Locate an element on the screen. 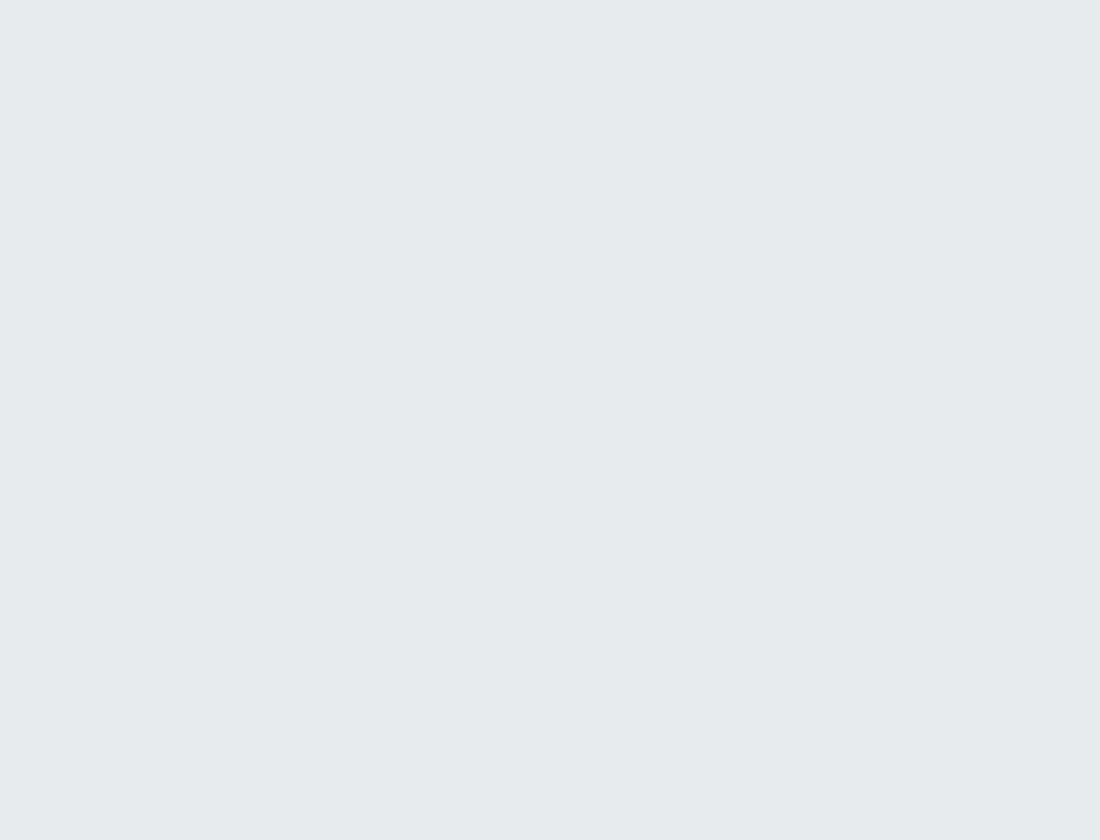  'Isn't it a less easier way of doing it, or is it doing more than just chmoding public_html to 755?' is located at coordinates (348, 387).